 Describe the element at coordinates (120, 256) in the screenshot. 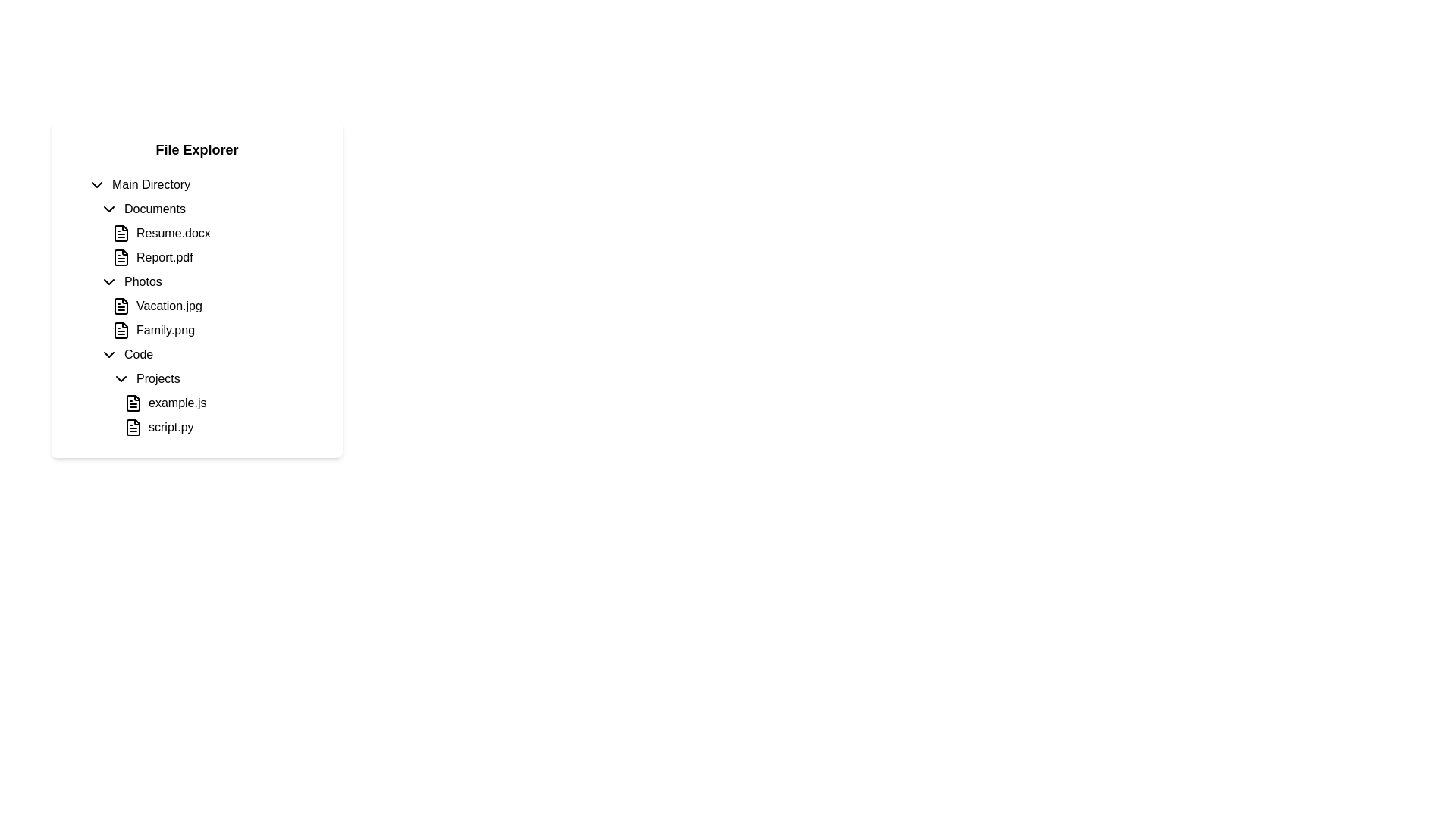

I see `the PDF document icon representing 'Report.pdf' located in the file explorer under the 'Documents' section` at that location.